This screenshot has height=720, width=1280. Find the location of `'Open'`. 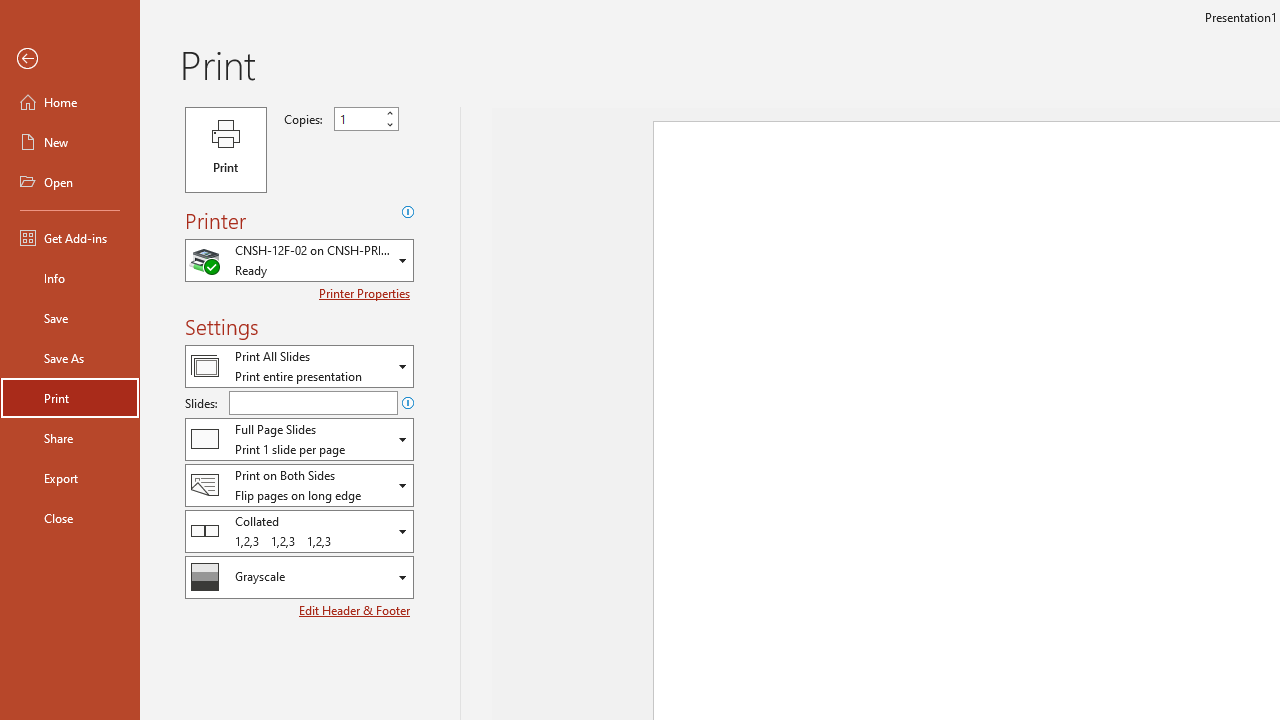

'Open' is located at coordinates (69, 182).